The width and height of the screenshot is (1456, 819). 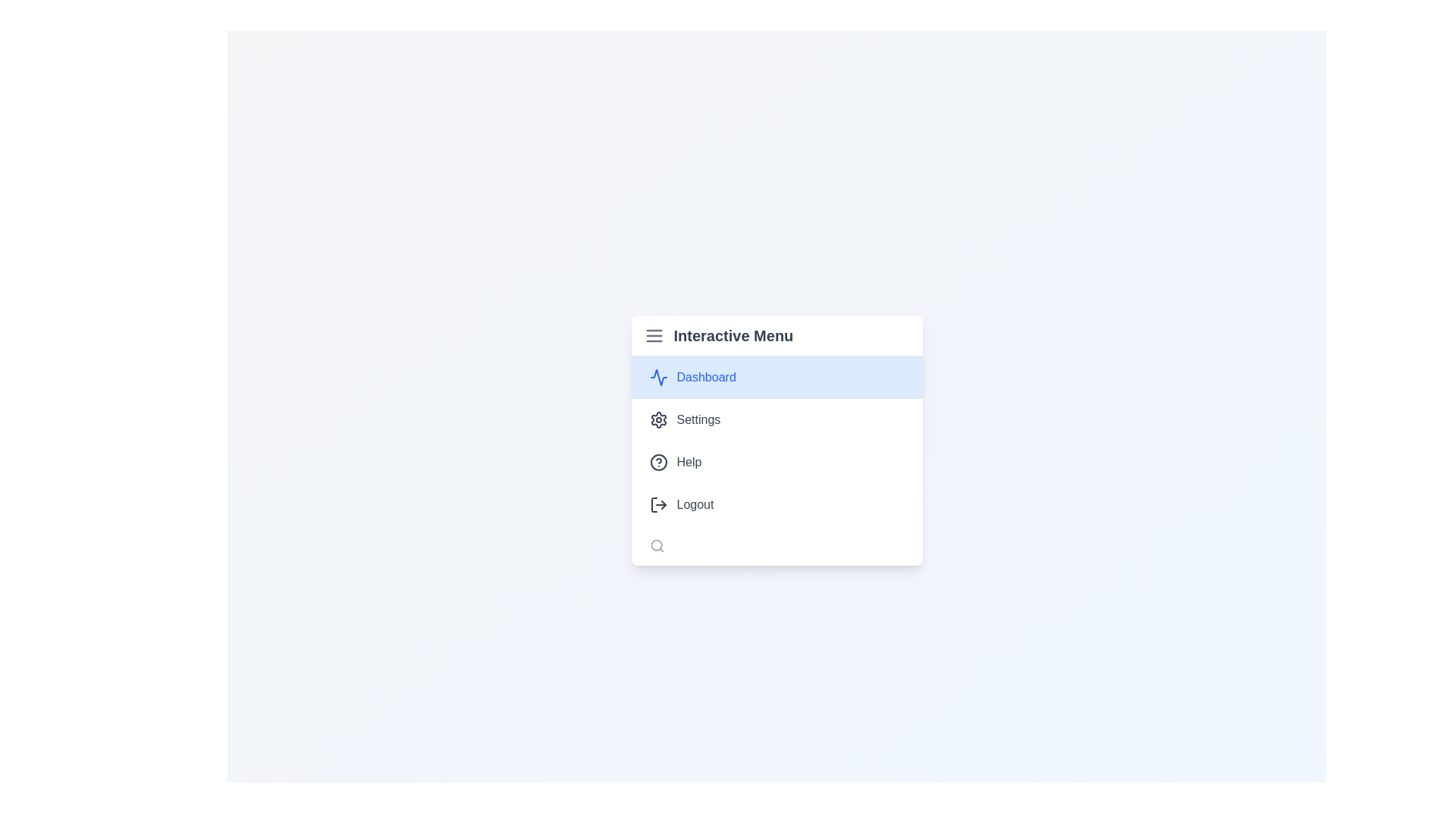 I want to click on the 'Interactive Menu' text label, which is a bold and large font label positioned to the right of a menu icon in the header section, so click(x=733, y=334).